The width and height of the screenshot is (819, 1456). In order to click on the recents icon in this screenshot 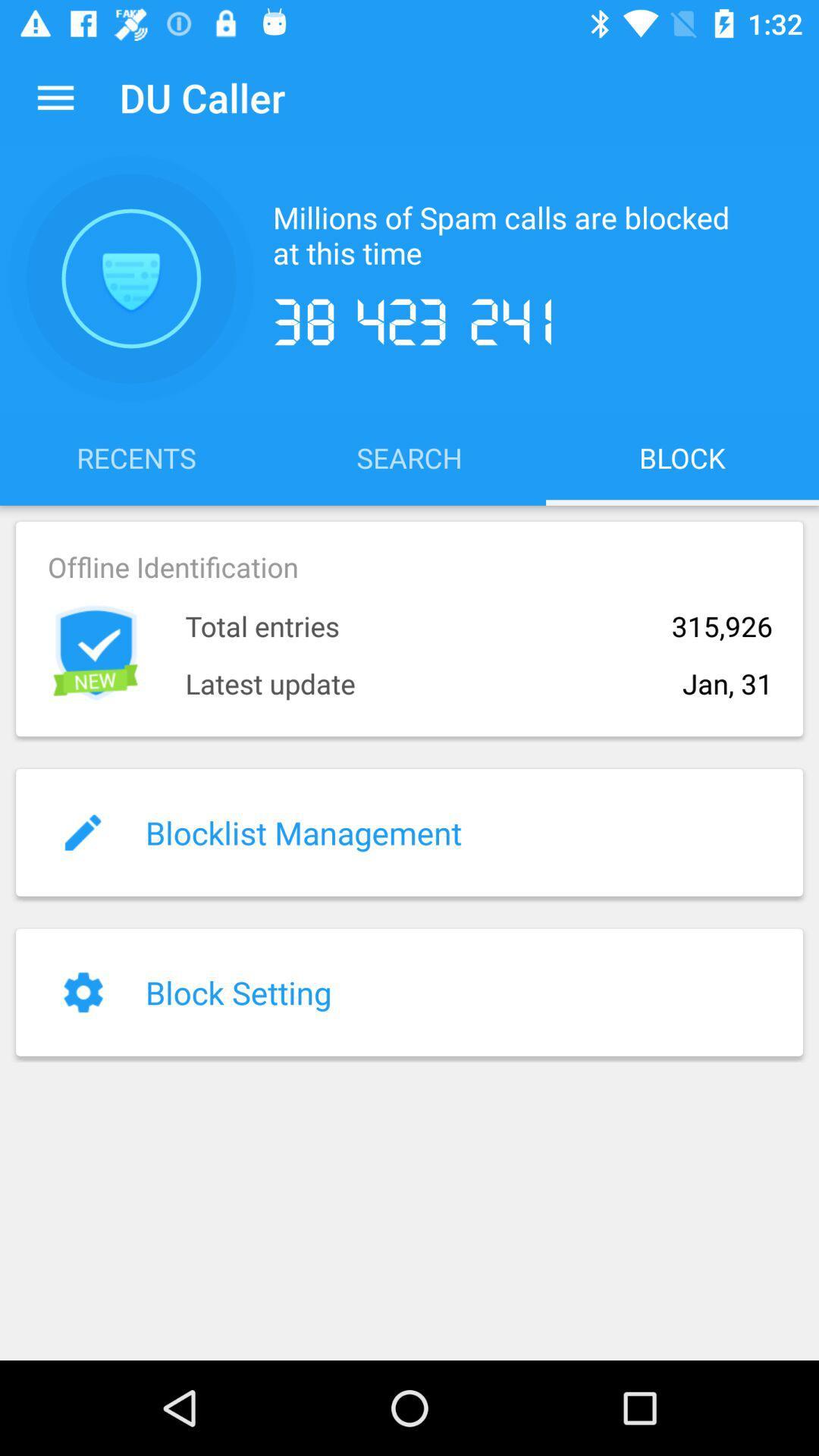, I will do `click(136, 457)`.